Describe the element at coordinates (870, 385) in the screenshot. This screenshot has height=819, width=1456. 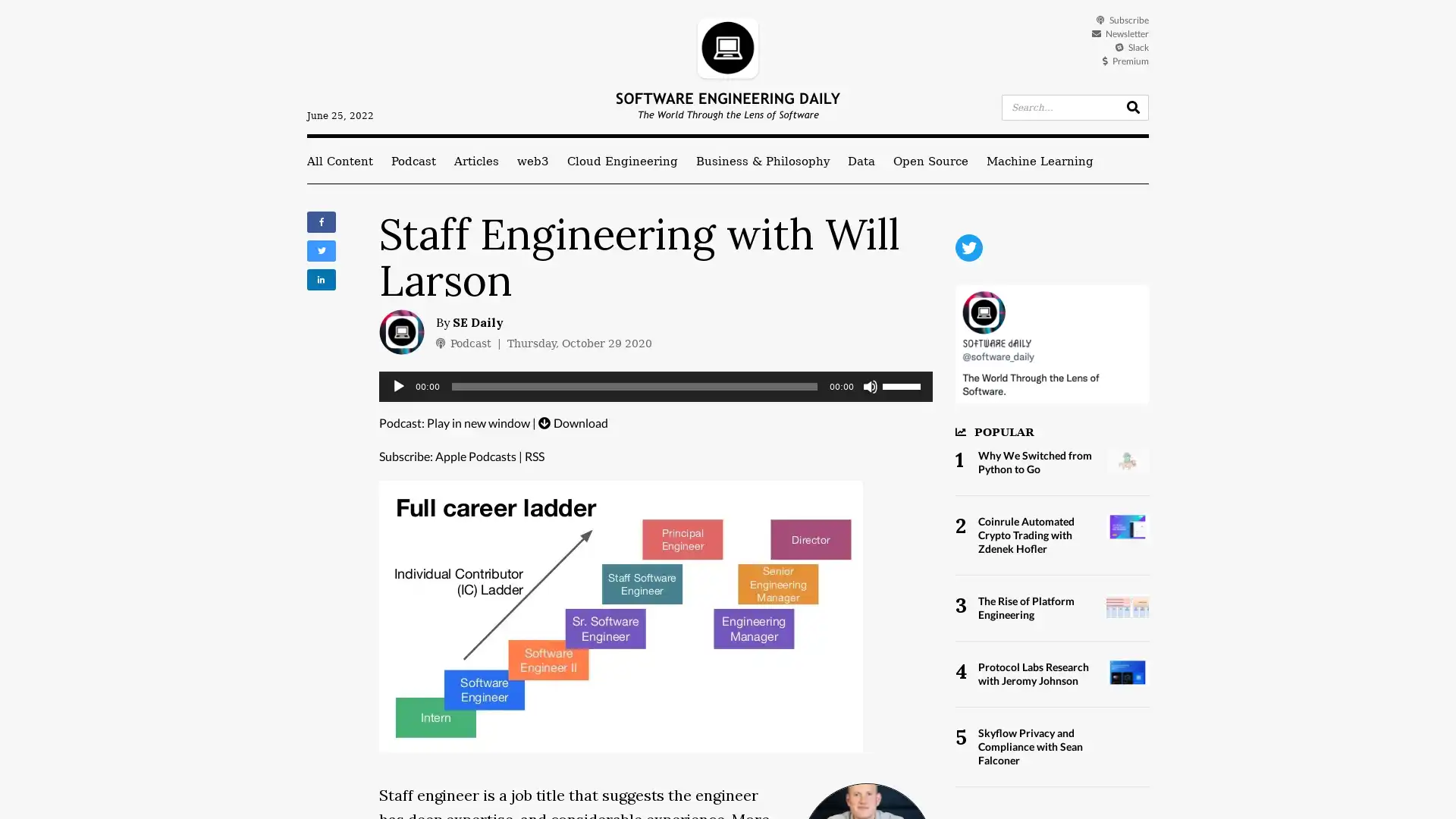
I see `Mute` at that location.